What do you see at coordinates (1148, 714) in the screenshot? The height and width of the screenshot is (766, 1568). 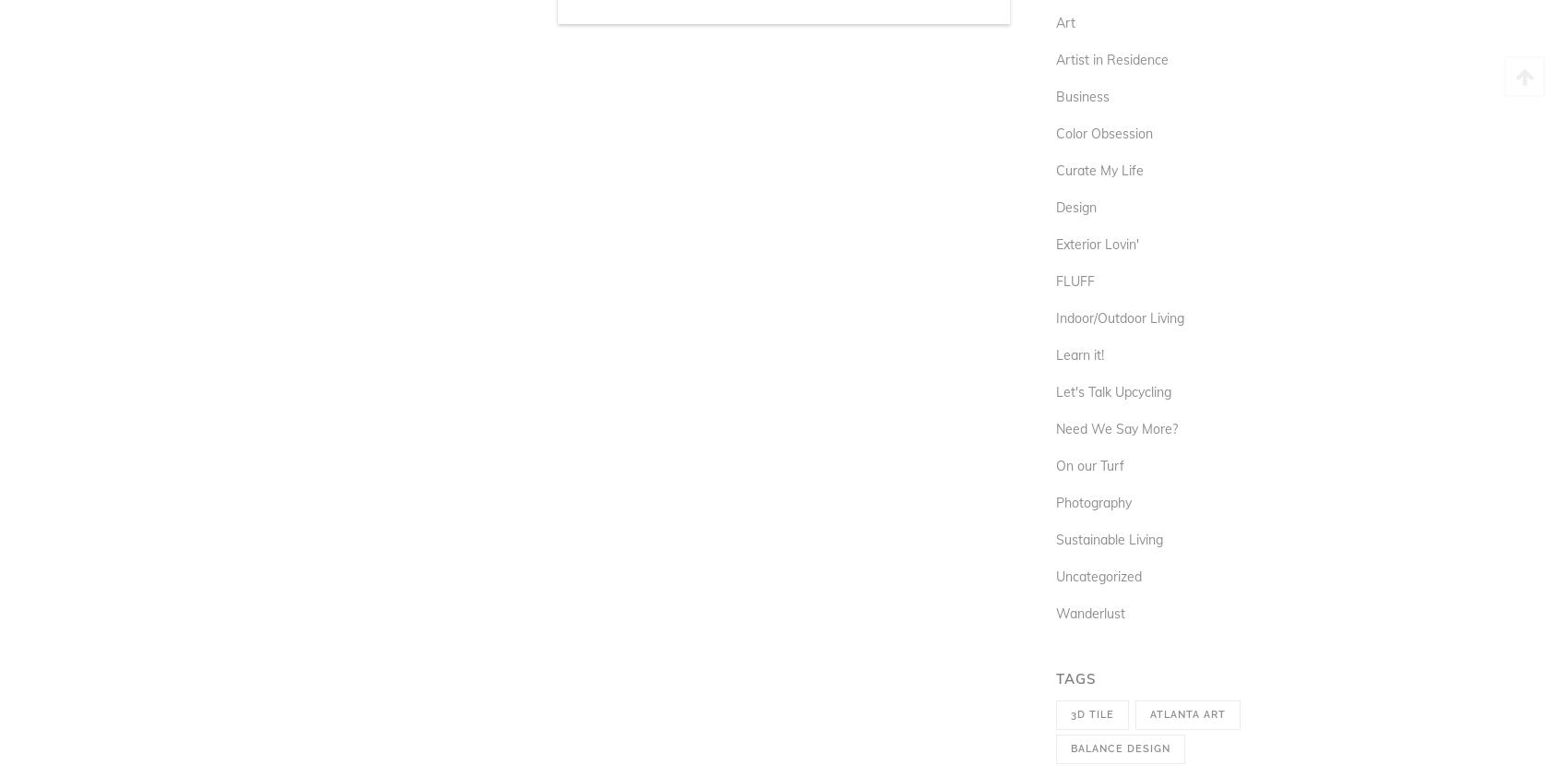 I see `'atlanta art'` at bounding box center [1148, 714].